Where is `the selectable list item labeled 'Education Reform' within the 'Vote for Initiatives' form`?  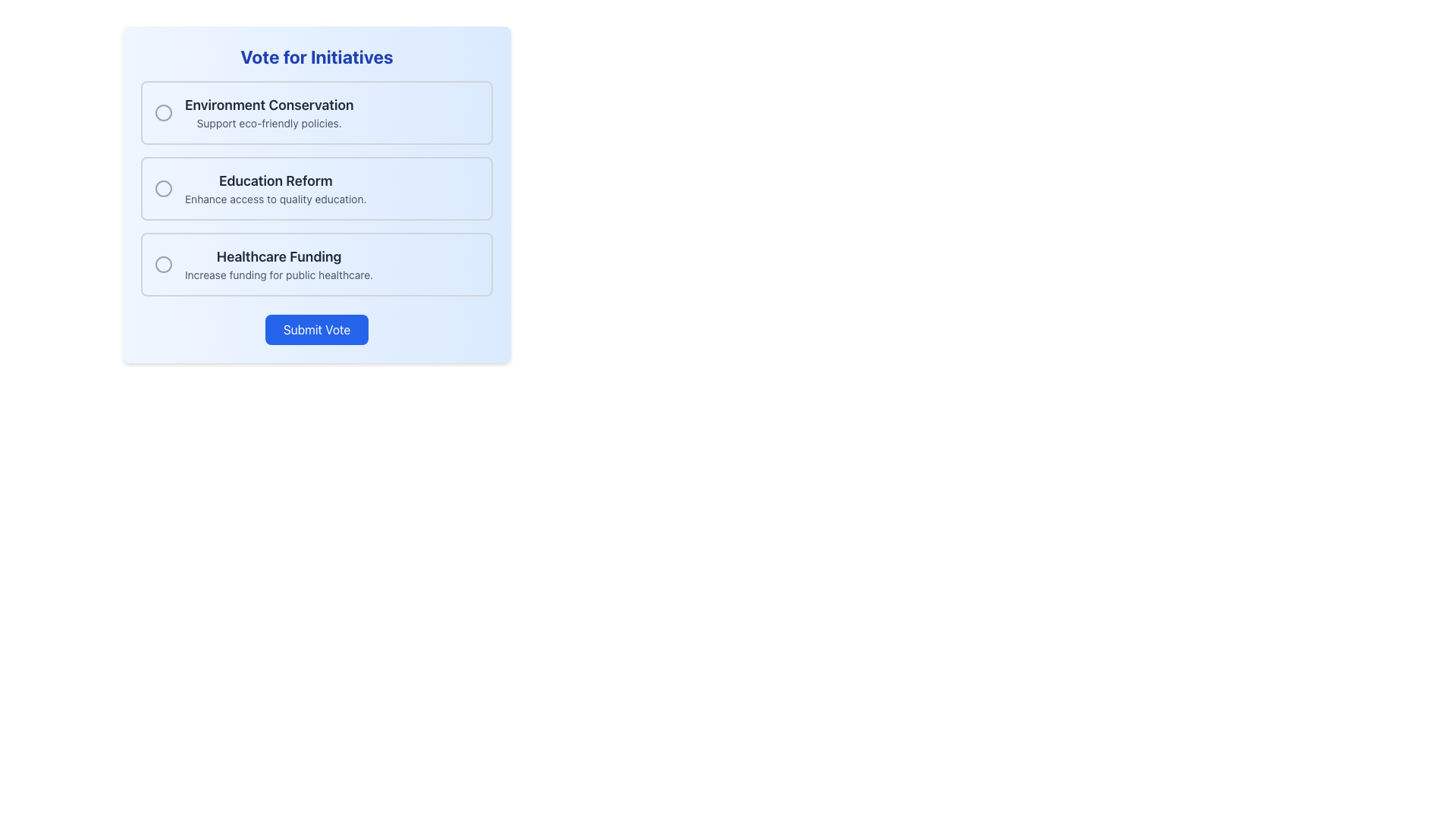
the selectable list item labeled 'Education Reform' within the 'Vote for Initiatives' form is located at coordinates (315, 188).